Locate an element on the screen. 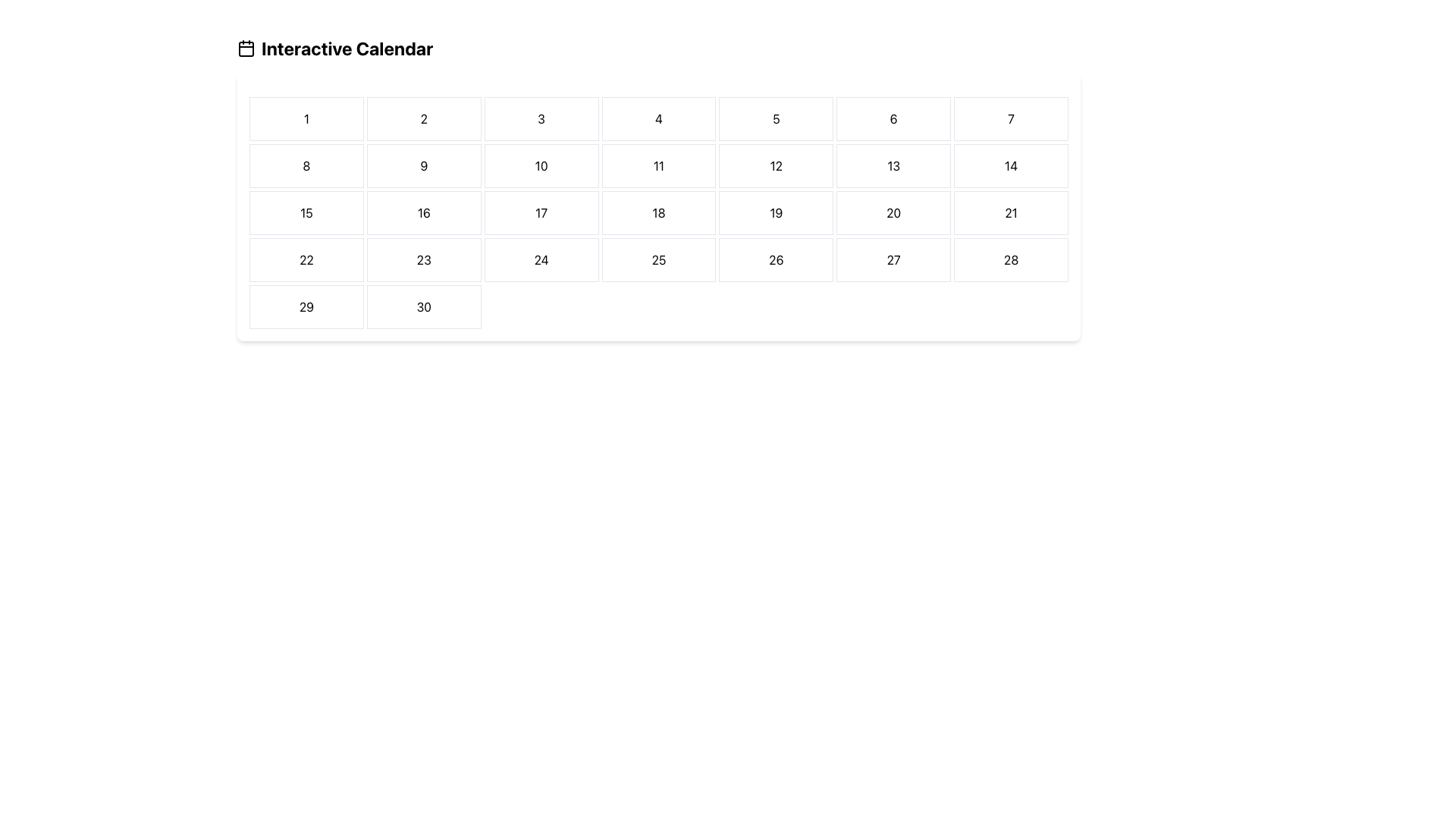  the button-like grid cell containing the number '9' is located at coordinates (423, 166).